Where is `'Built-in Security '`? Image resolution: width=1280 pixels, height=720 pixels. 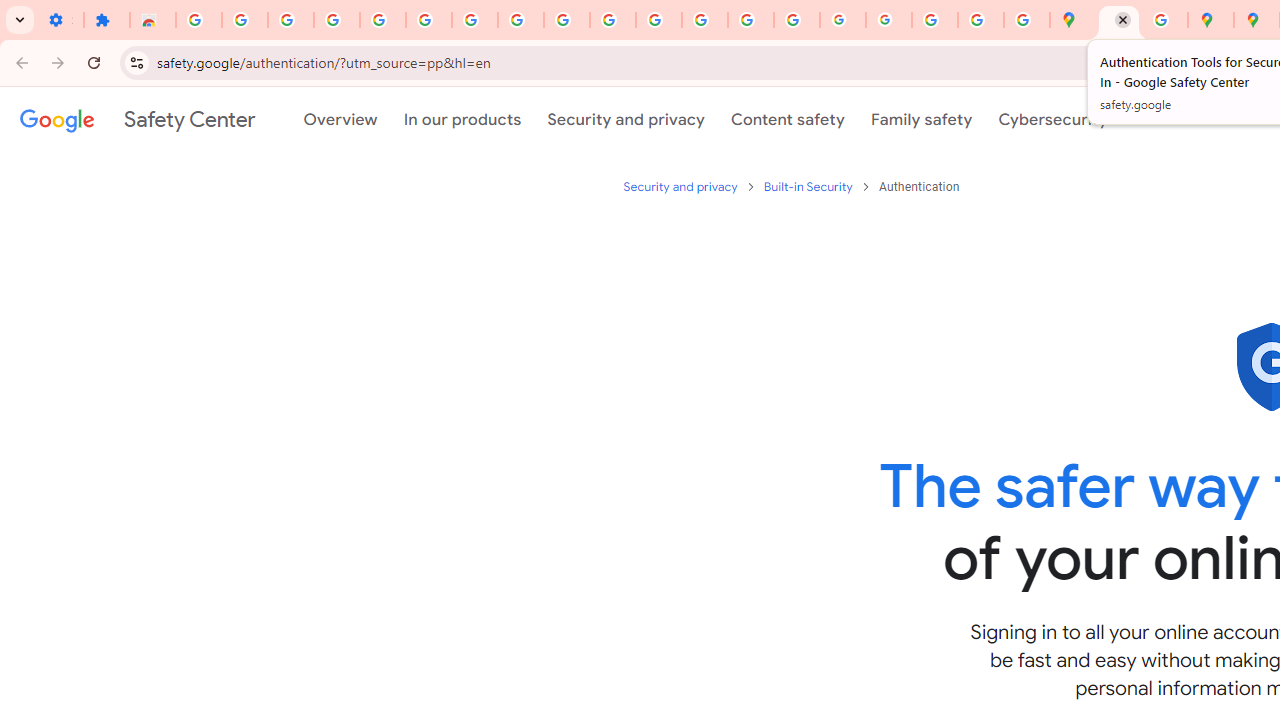 'Built-in Security ' is located at coordinates (809, 186).